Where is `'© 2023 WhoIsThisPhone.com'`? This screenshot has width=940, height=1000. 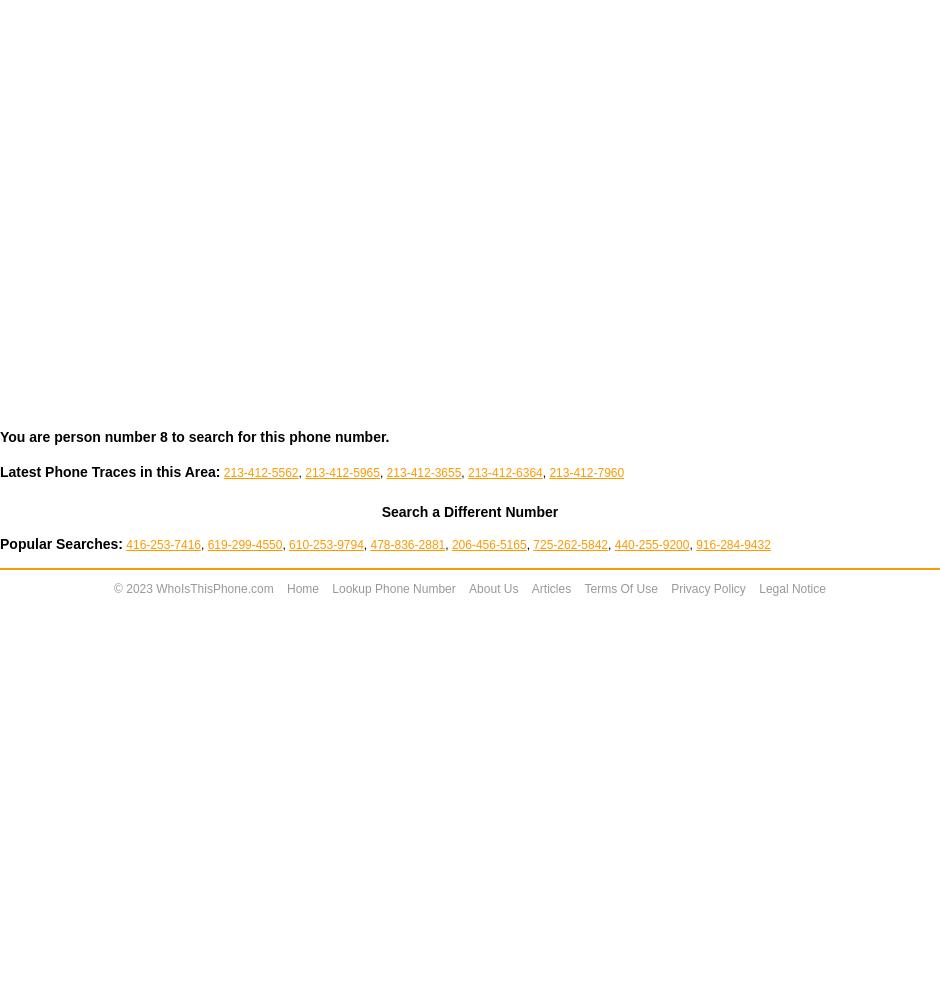
'© 2023 WhoIsThisPhone.com' is located at coordinates (193, 588).